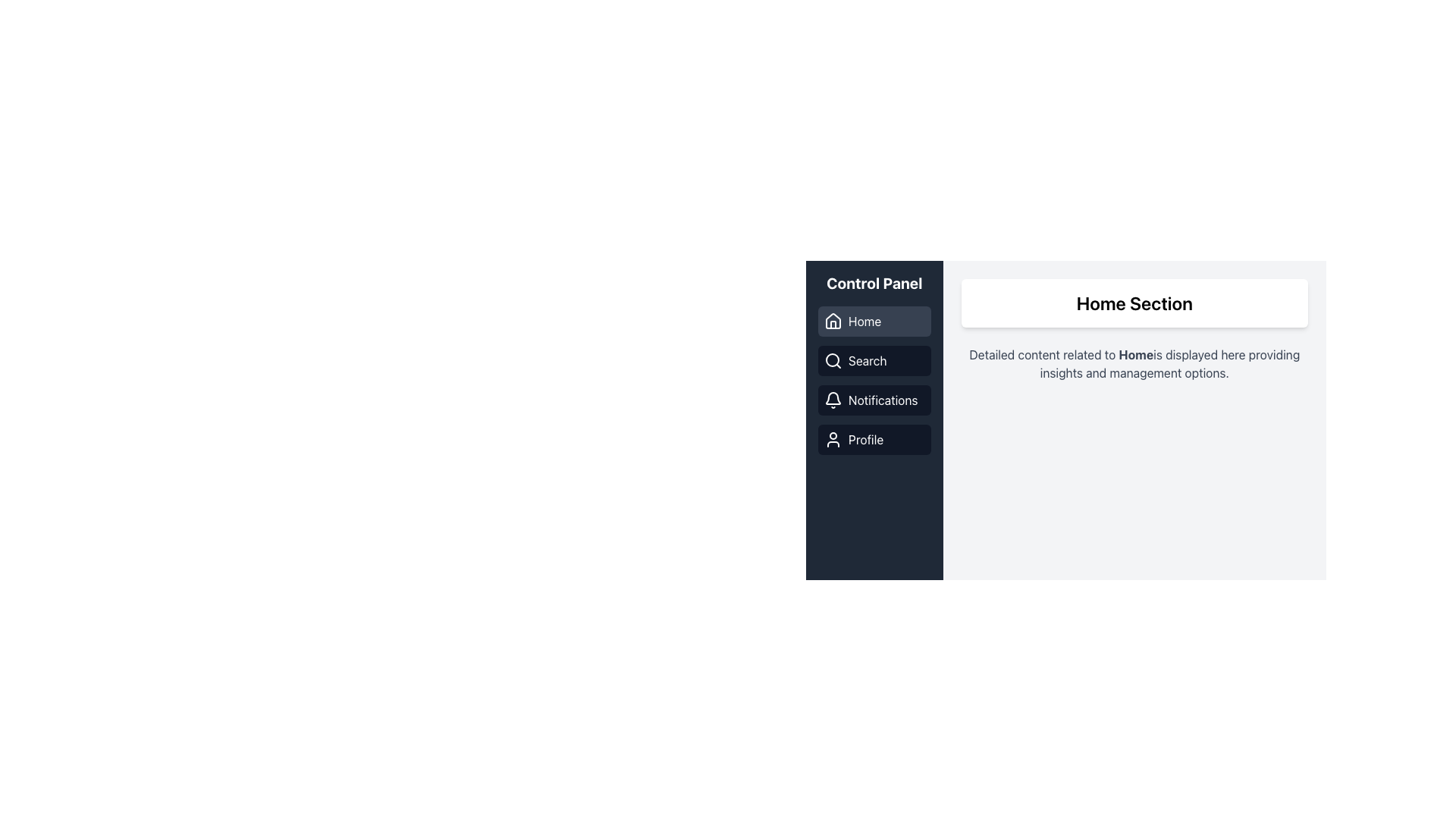  What do you see at coordinates (833, 400) in the screenshot?
I see `the bell-shaped notification icon located to the left of the text 'Notifications' in the vertical menu by moving the mouse pointer to its center` at bounding box center [833, 400].